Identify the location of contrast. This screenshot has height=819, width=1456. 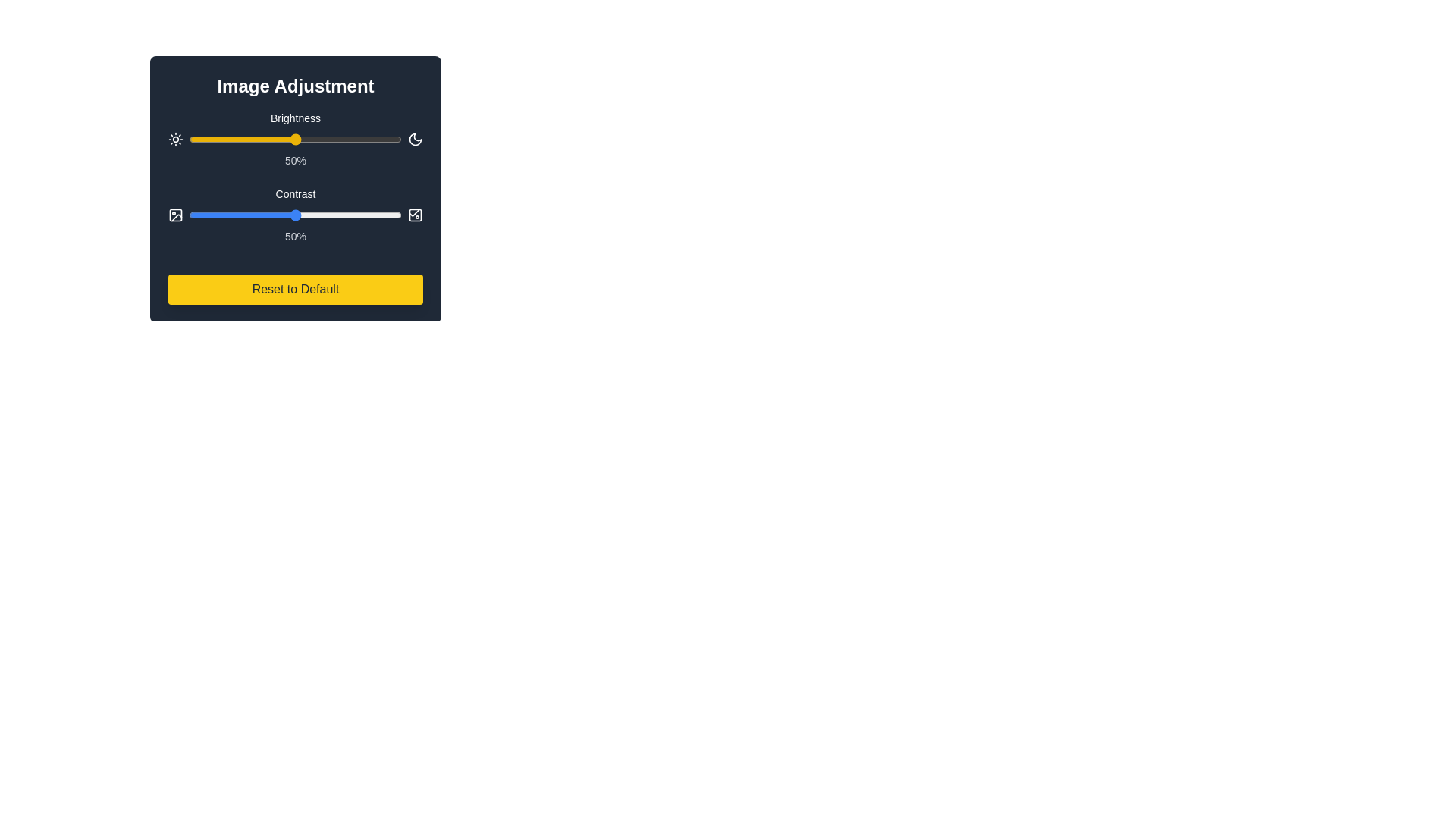
(350, 215).